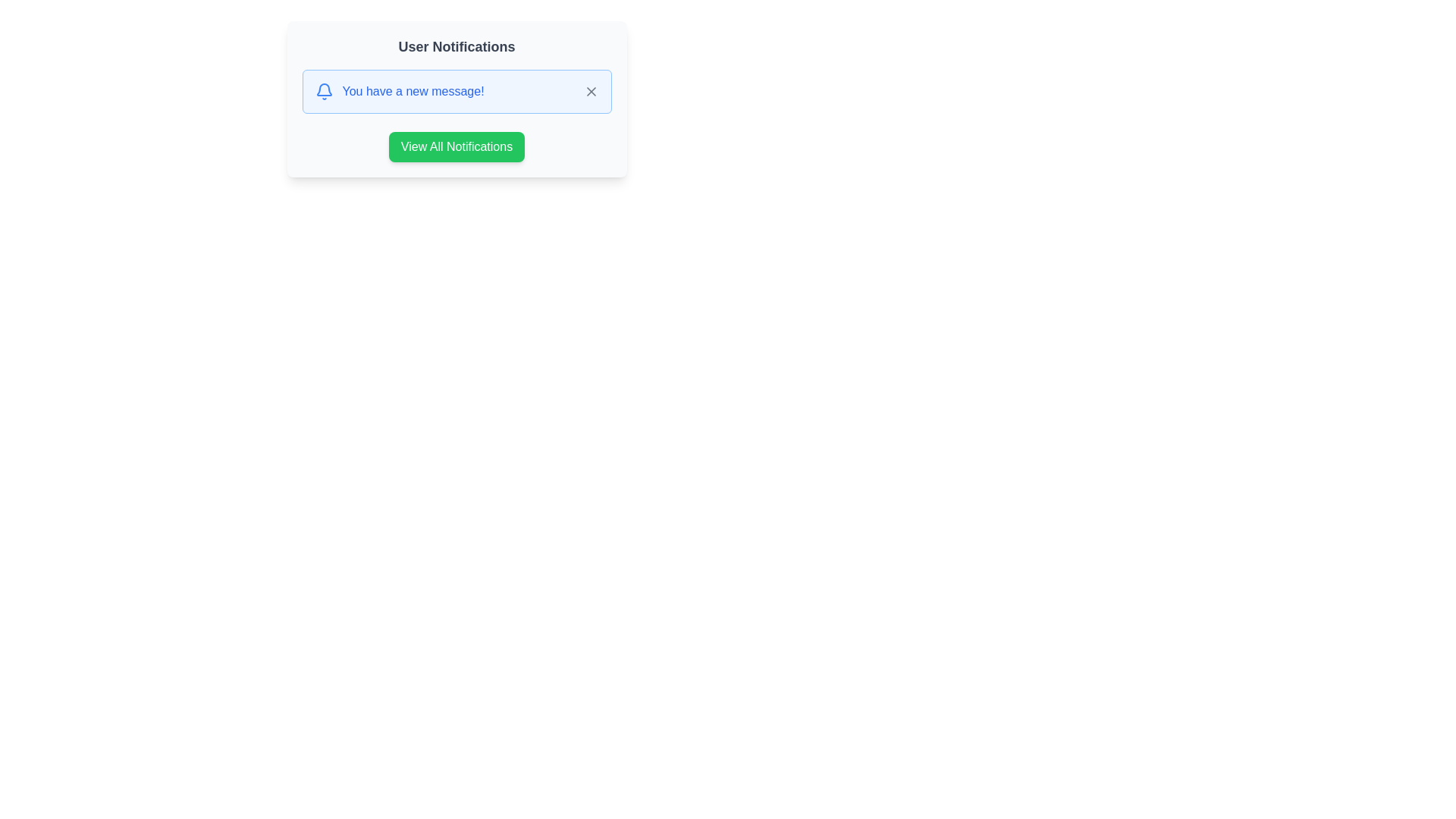 Image resolution: width=1456 pixels, height=819 pixels. What do you see at coordinates (413, 91) in the screenshot?
I see `the text display element that shows 'You have a new message!' styled in blue color, located in the notification section` at bounding box center [413, 91].